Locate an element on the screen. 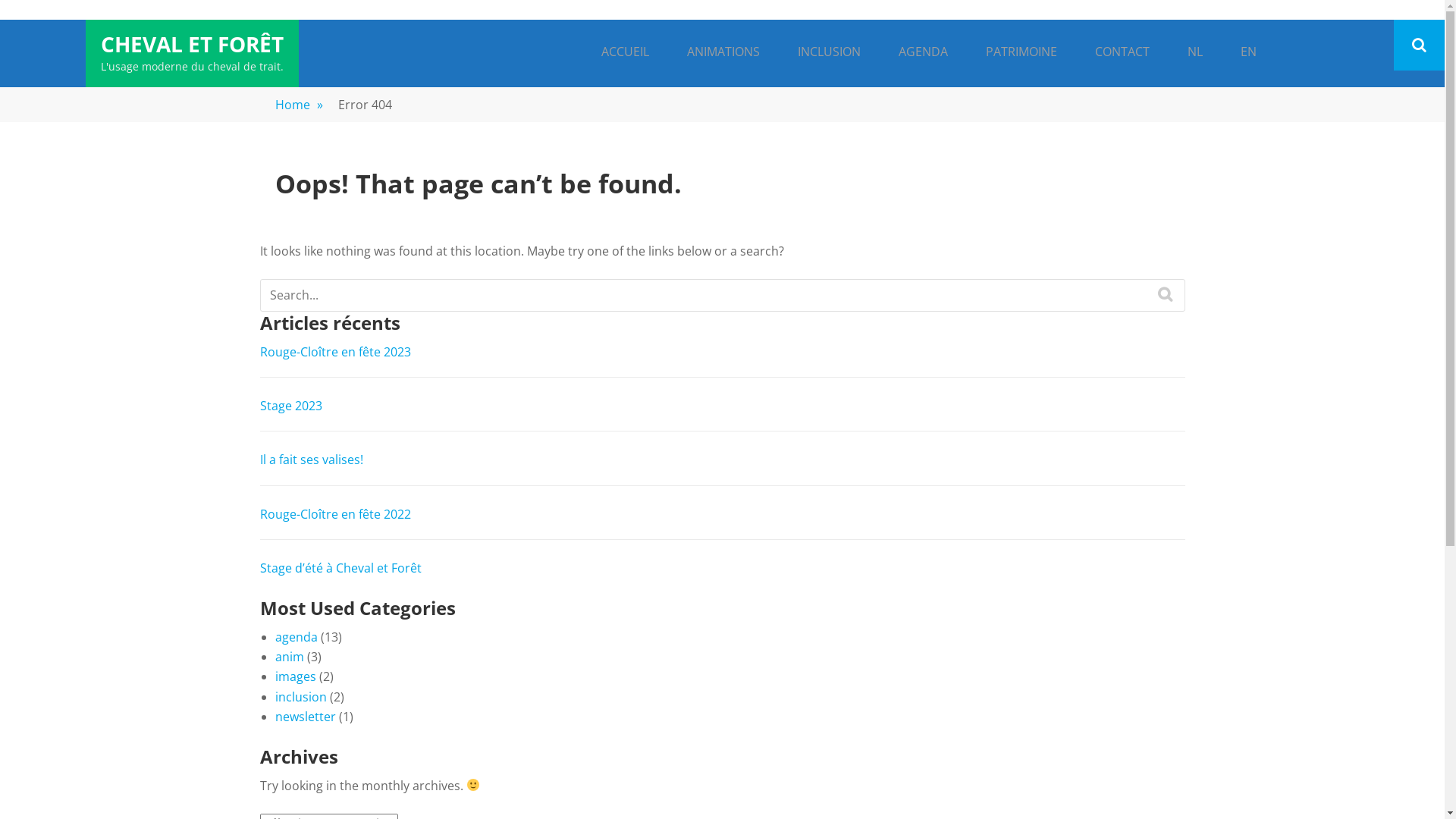 The width and height of the screenshot is (1456, 819). 'NL' is located at coordinates (1175, 52).